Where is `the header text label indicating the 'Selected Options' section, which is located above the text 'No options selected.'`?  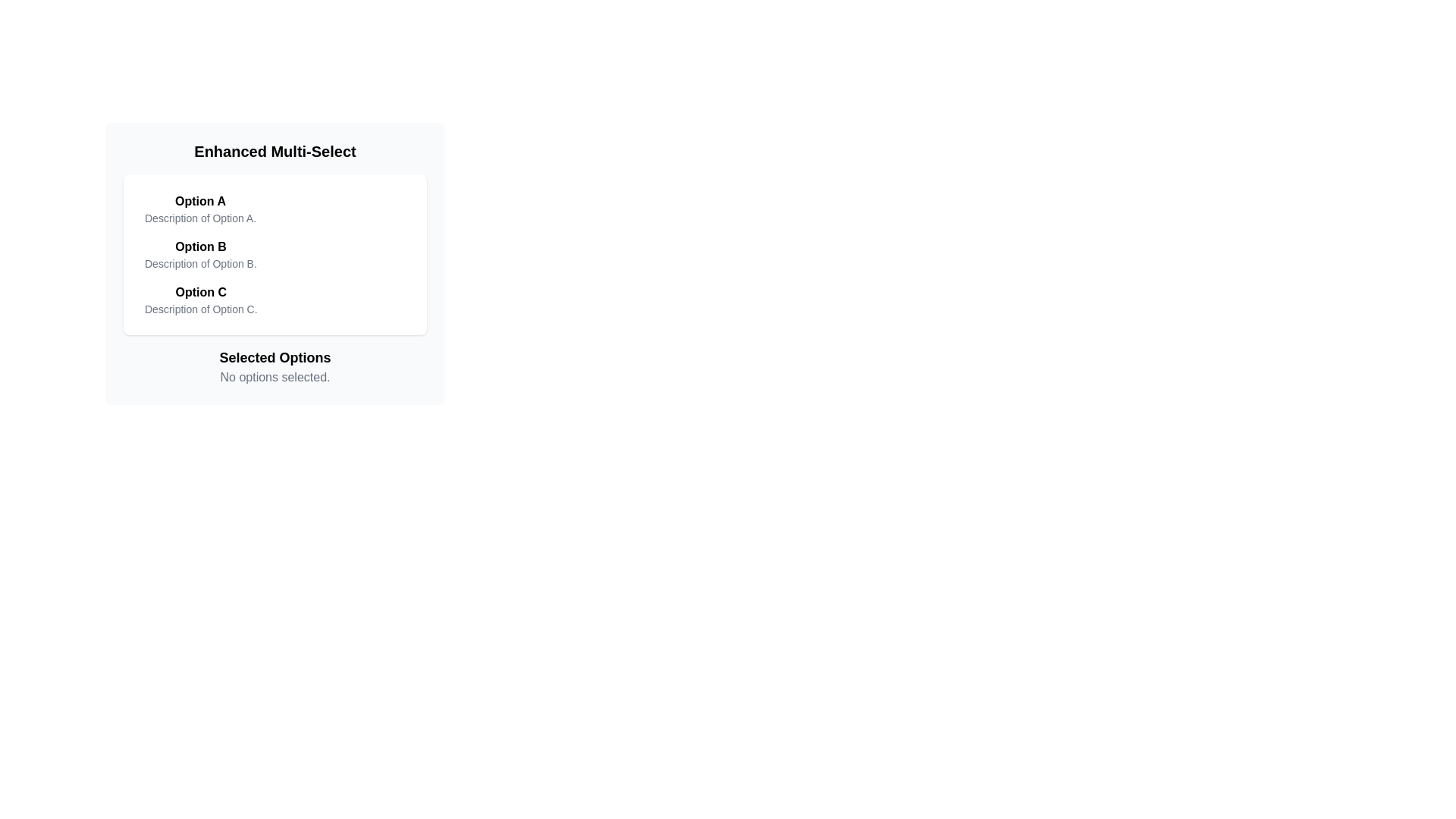 the header text label indicating the 'Selected Options' section, which is located above the text 'No options selected.' is located at coordinates (275, 357).